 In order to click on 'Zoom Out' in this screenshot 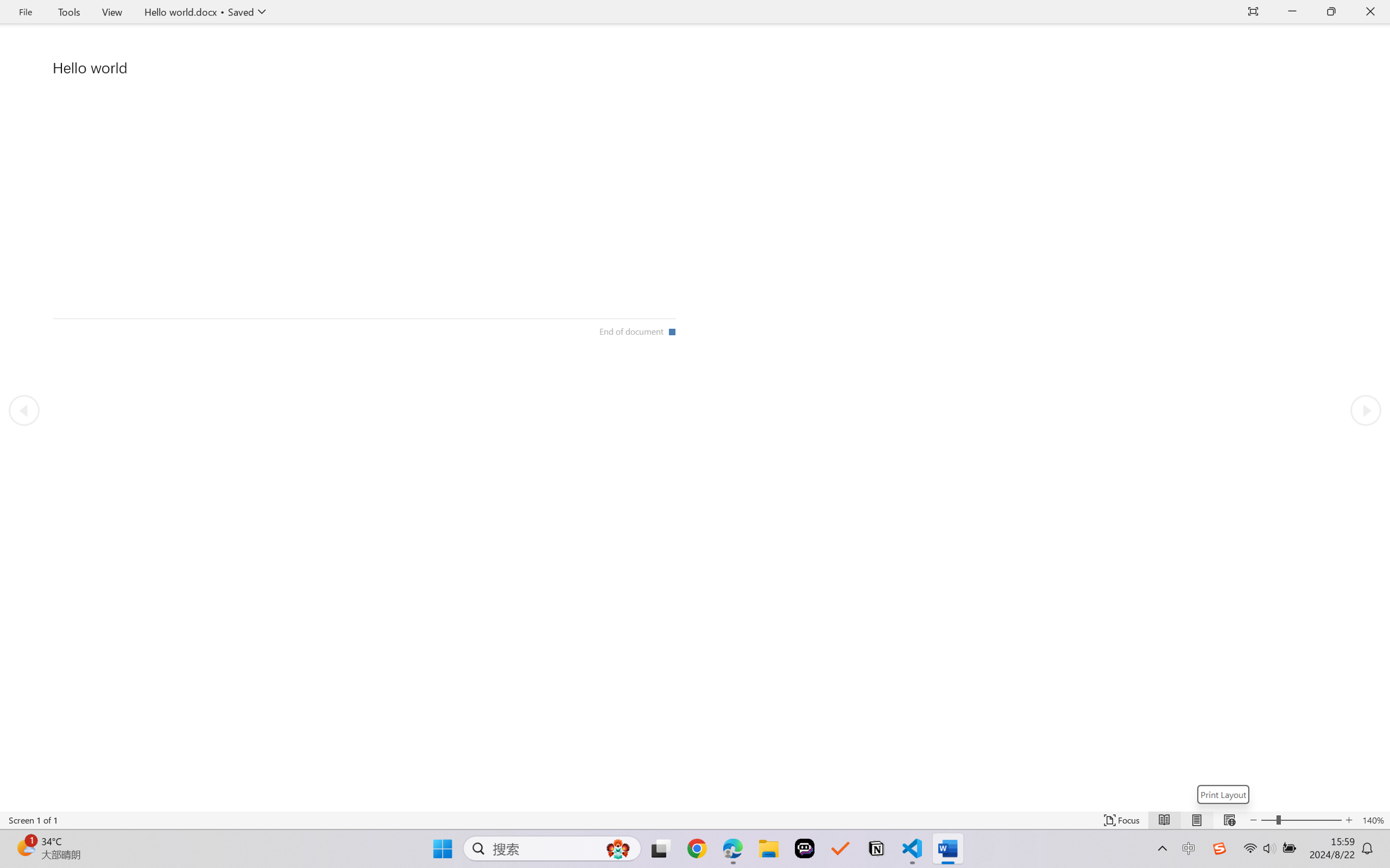, I will do `click(1268, 820)`.